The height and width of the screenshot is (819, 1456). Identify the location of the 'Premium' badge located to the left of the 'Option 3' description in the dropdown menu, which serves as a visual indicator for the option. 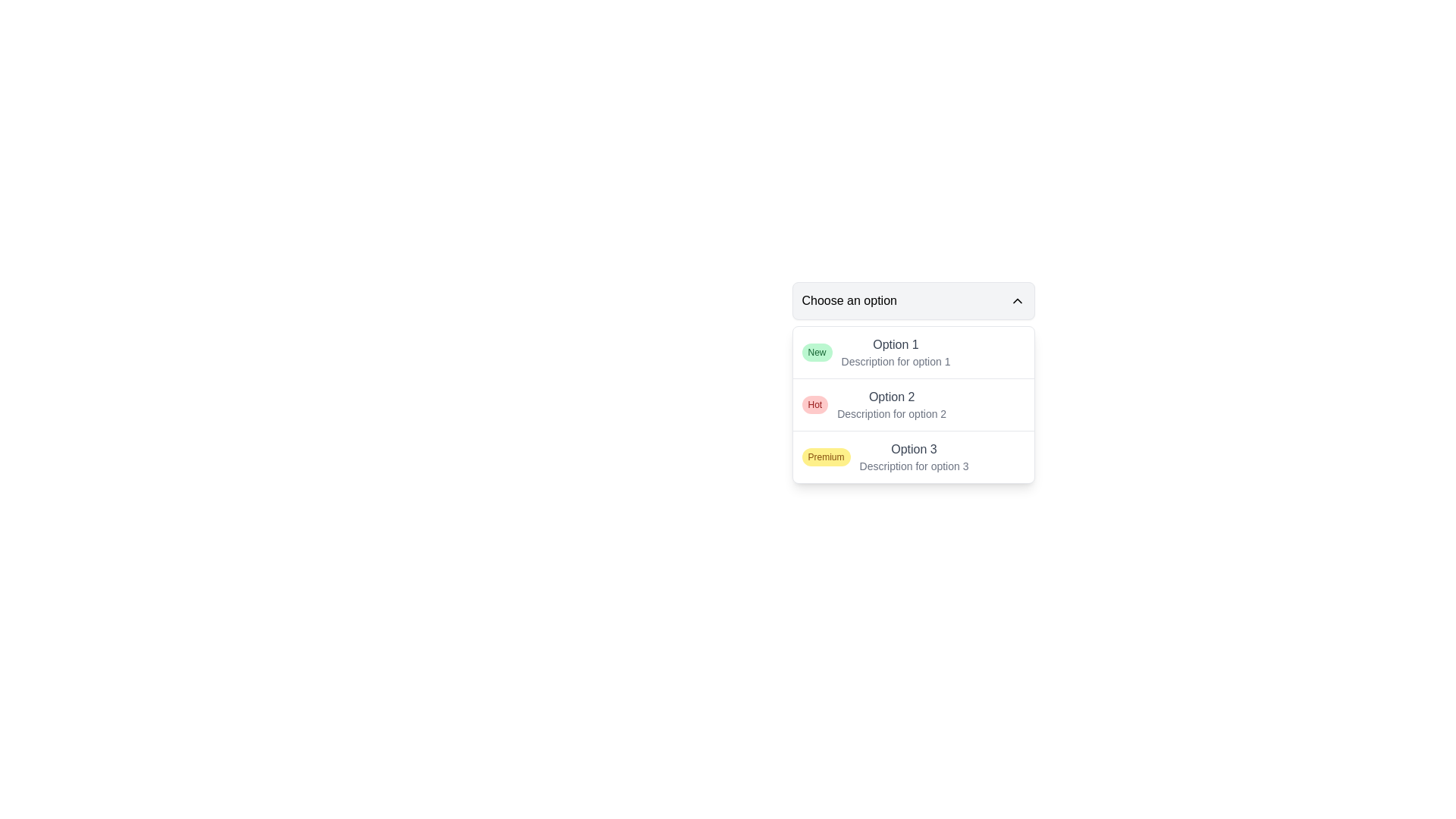
(825, 456).